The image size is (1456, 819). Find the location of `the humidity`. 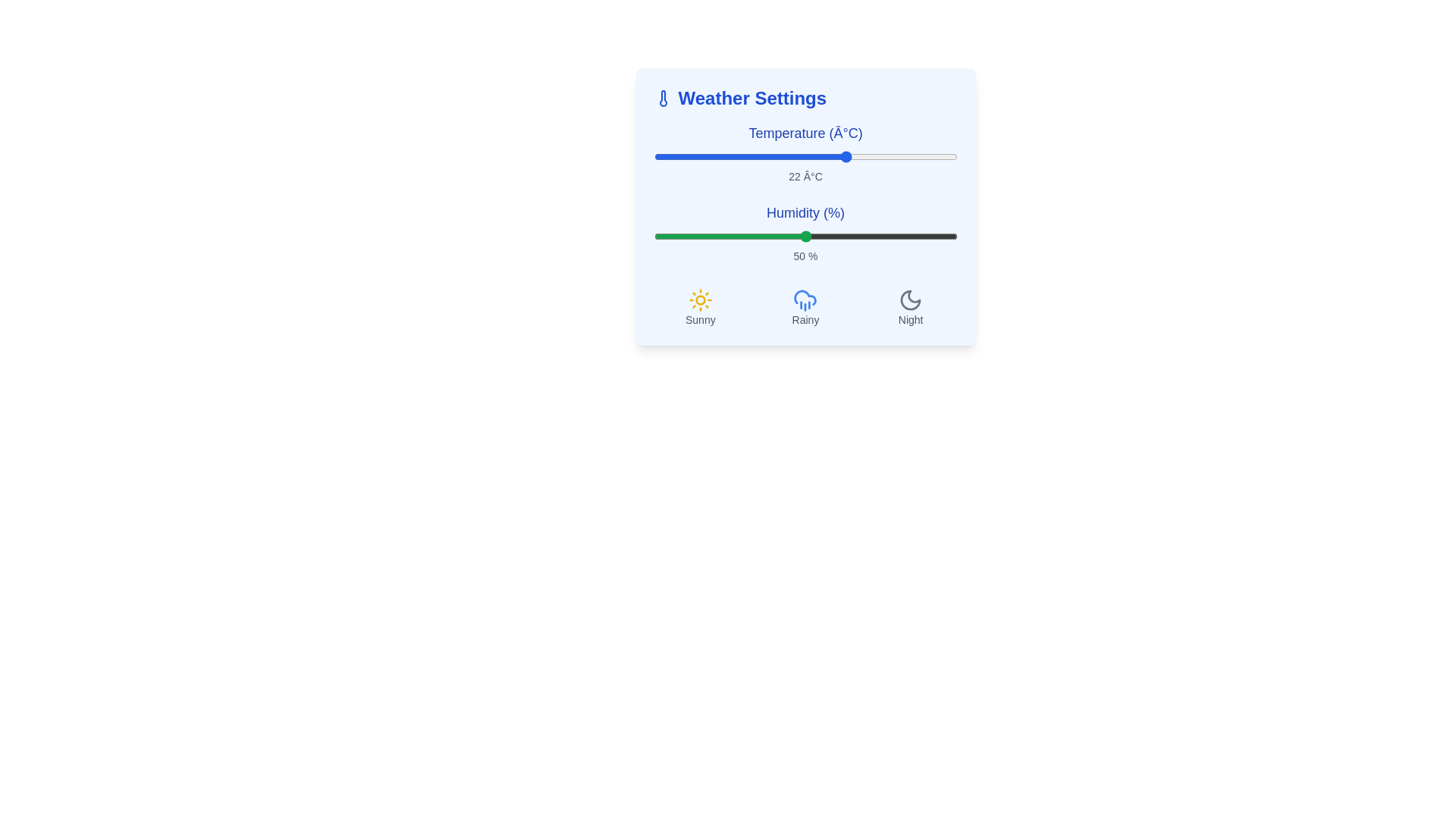

the humidity is located at coordinates (841, 237).